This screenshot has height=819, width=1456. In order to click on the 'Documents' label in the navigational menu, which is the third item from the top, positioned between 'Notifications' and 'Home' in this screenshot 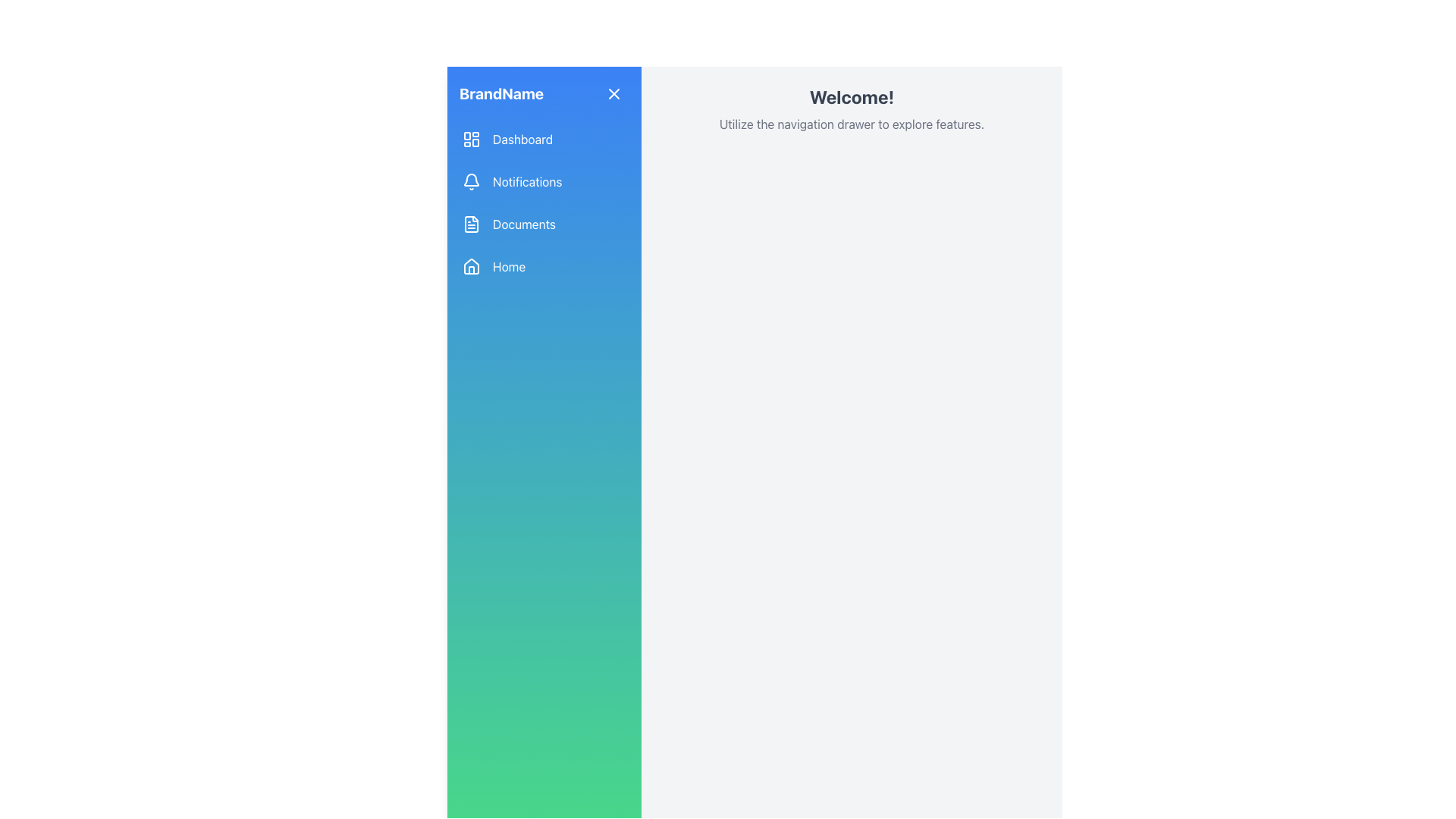, I will do `click(524, 224)`.